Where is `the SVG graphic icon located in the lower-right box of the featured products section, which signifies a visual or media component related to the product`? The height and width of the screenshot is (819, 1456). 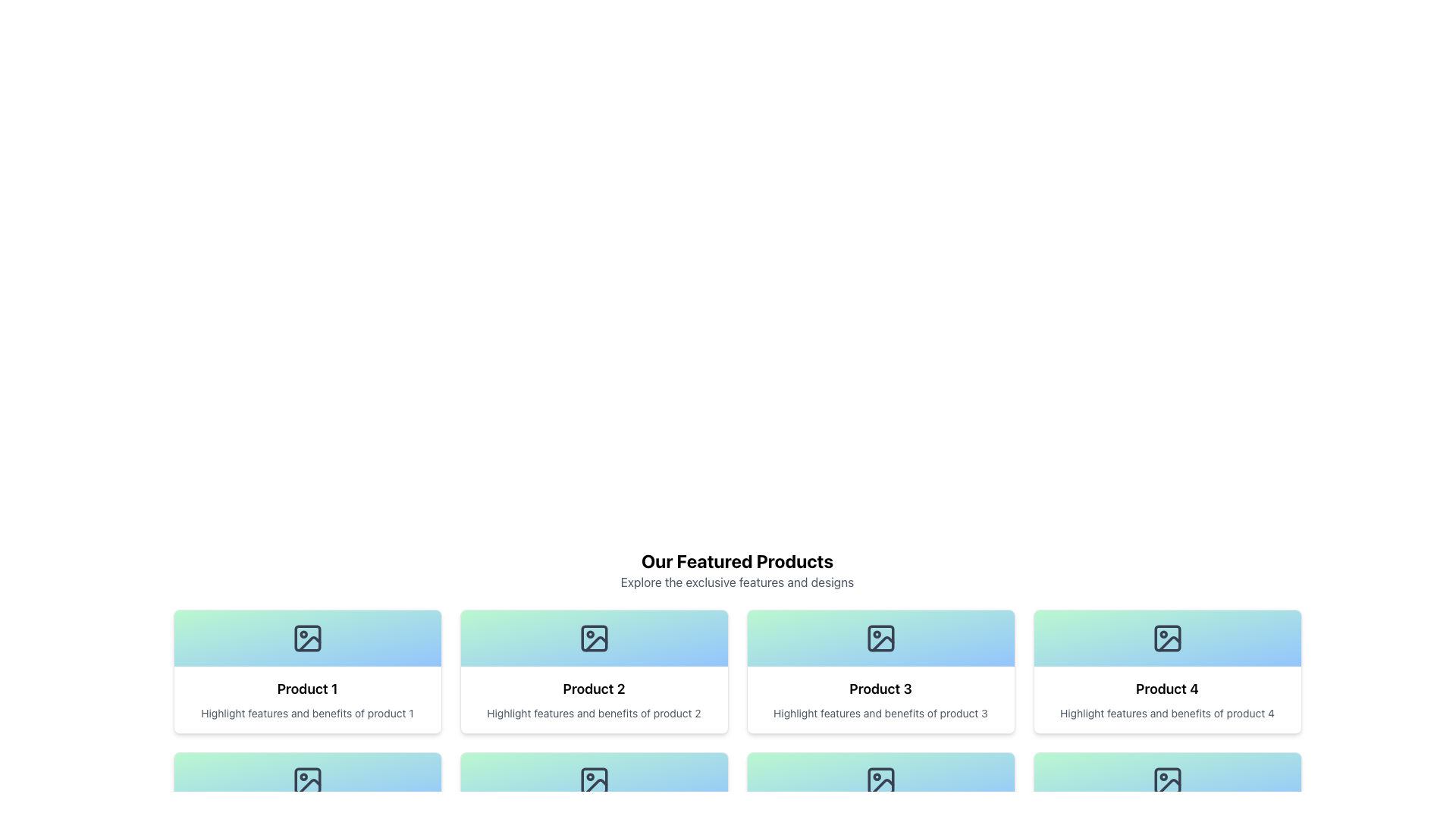 the SVG graphic icon located in the lower-right box of the featured products section, which signifies a visual or media component related to the product is located at coordinates (880, 780).